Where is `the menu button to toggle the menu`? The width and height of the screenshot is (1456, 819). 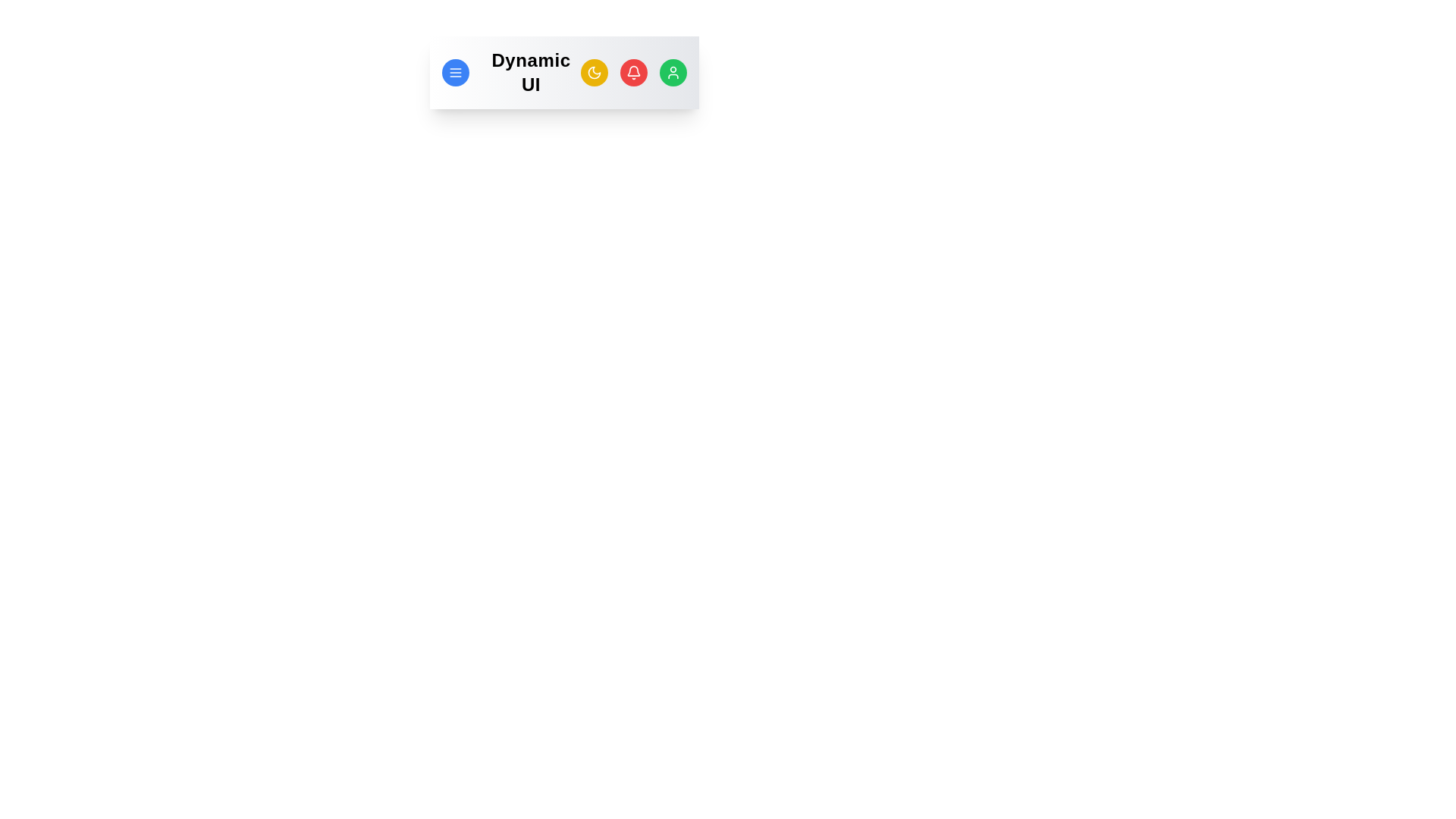
the menu button to toggle the menu is located at coordinates (454, 73).